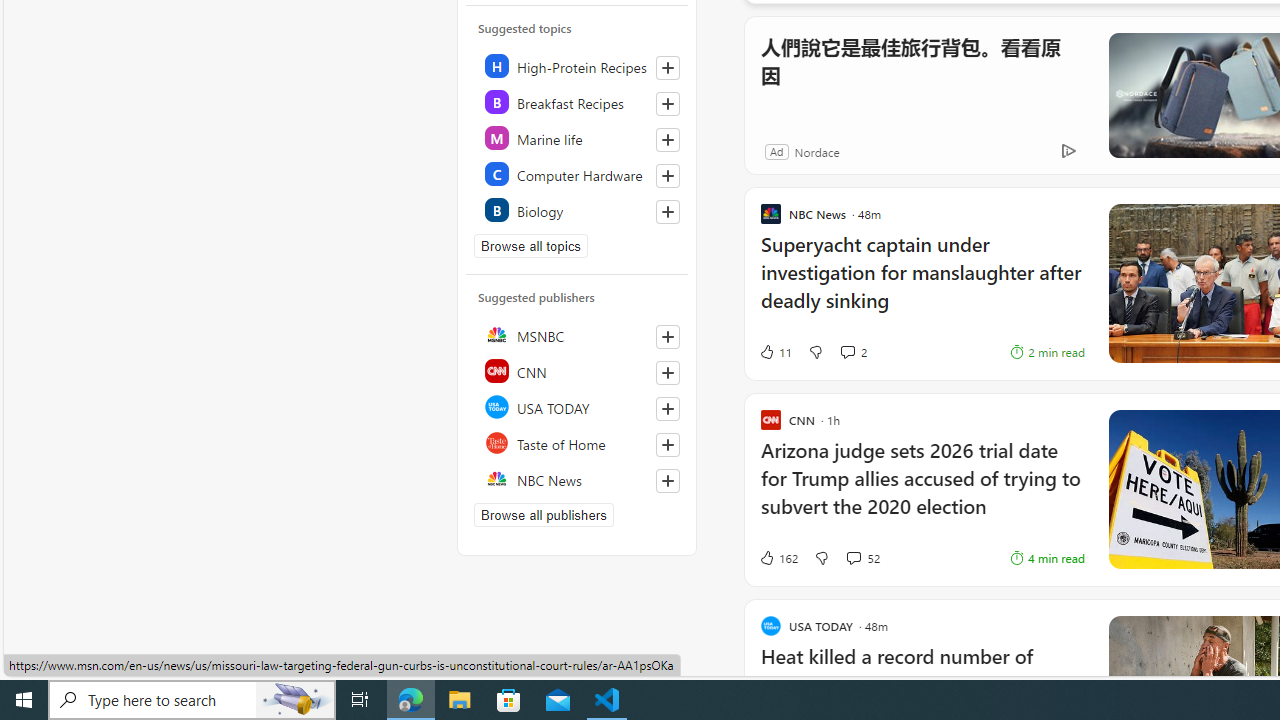 The width and height of the screenshot is (1280, 720). Describe the element at coordinates (774, 351) in the screenshot. I see `'11 Like'` at that location.